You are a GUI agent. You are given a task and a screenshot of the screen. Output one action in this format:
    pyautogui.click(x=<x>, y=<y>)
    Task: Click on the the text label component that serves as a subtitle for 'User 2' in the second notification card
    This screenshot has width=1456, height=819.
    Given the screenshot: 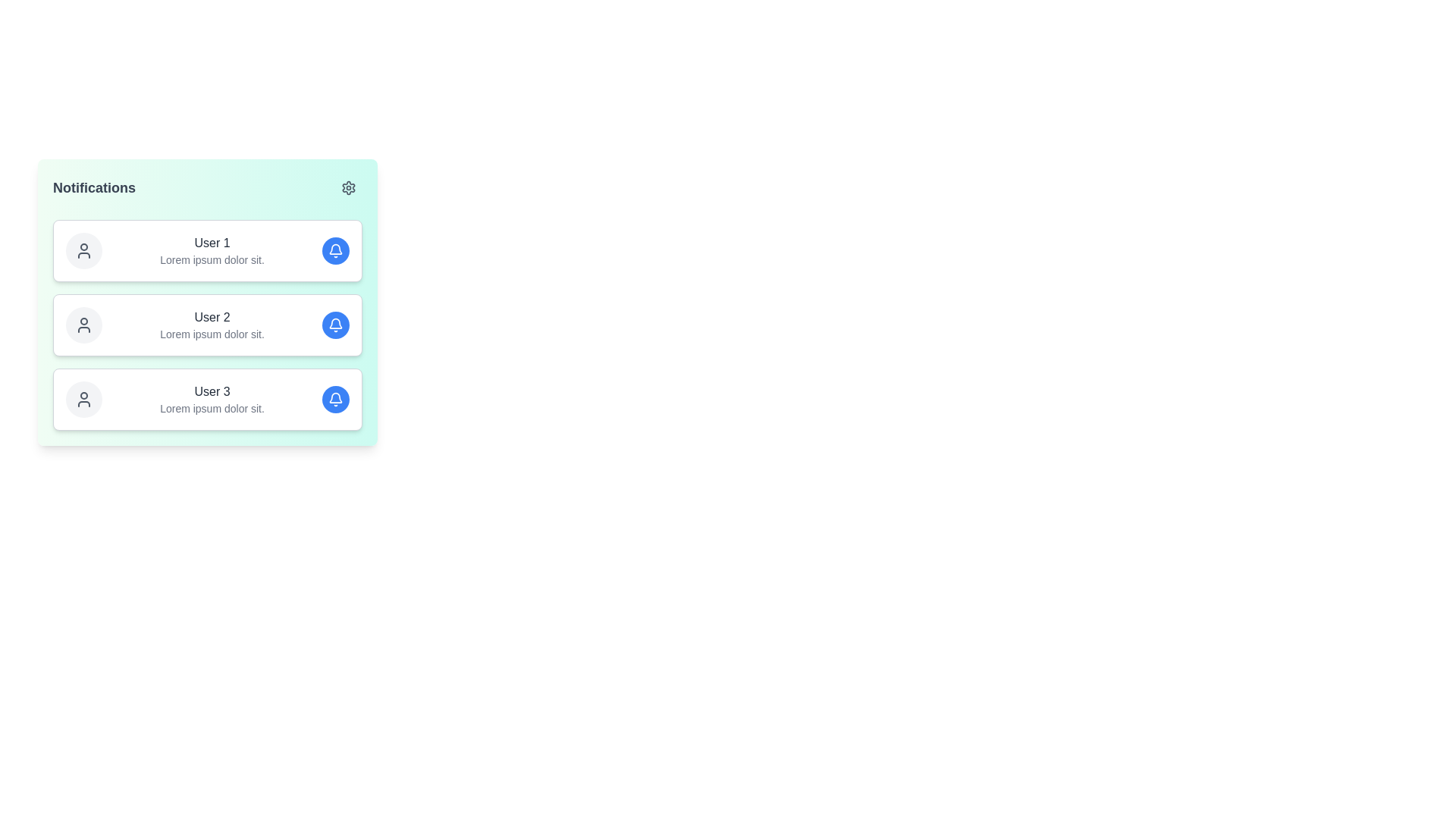 What is the action you would take?
    pyautogui.click(x=211, y=333)
    